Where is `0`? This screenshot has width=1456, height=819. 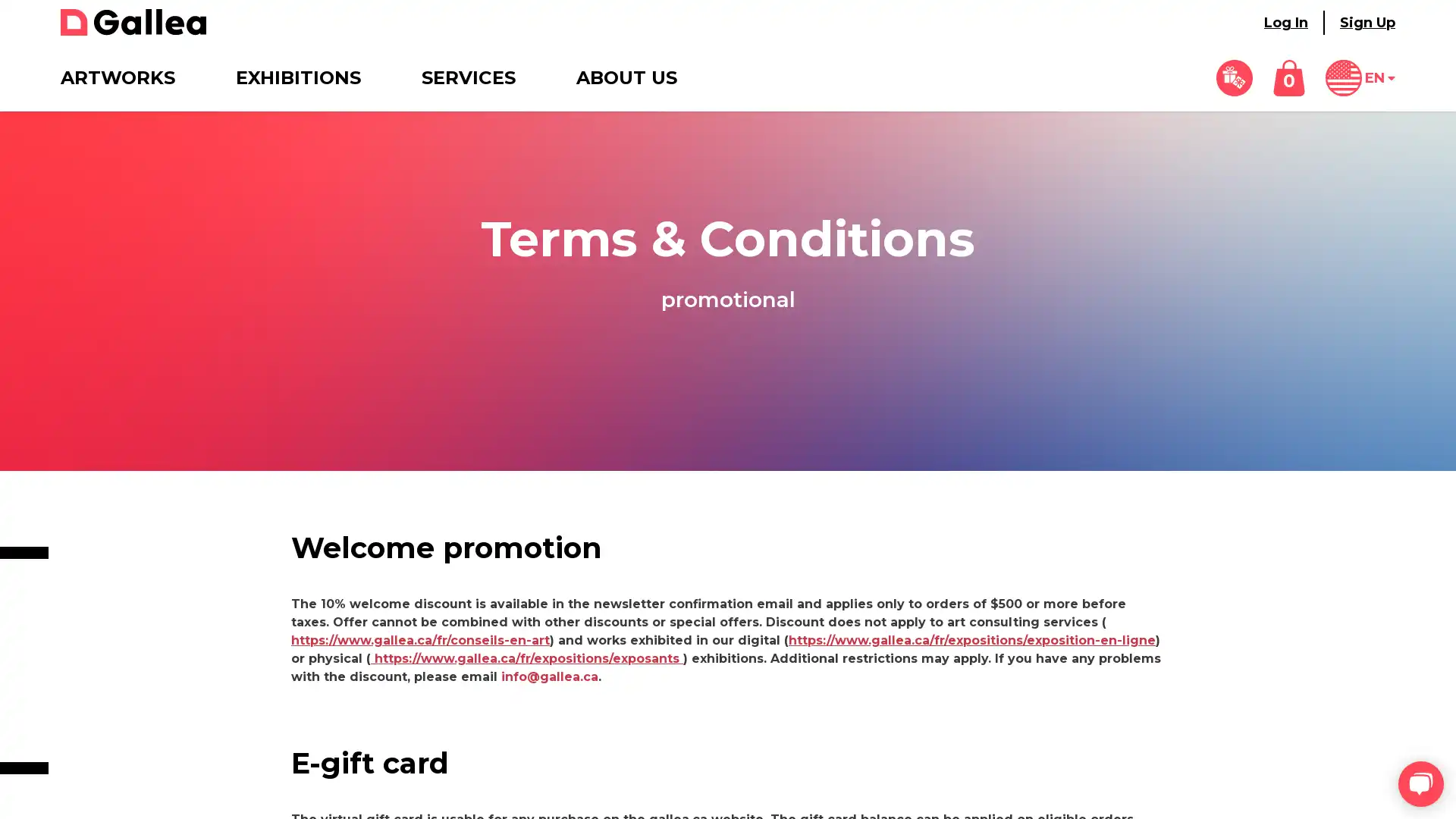
0 is located at coordinates (1288, 78).